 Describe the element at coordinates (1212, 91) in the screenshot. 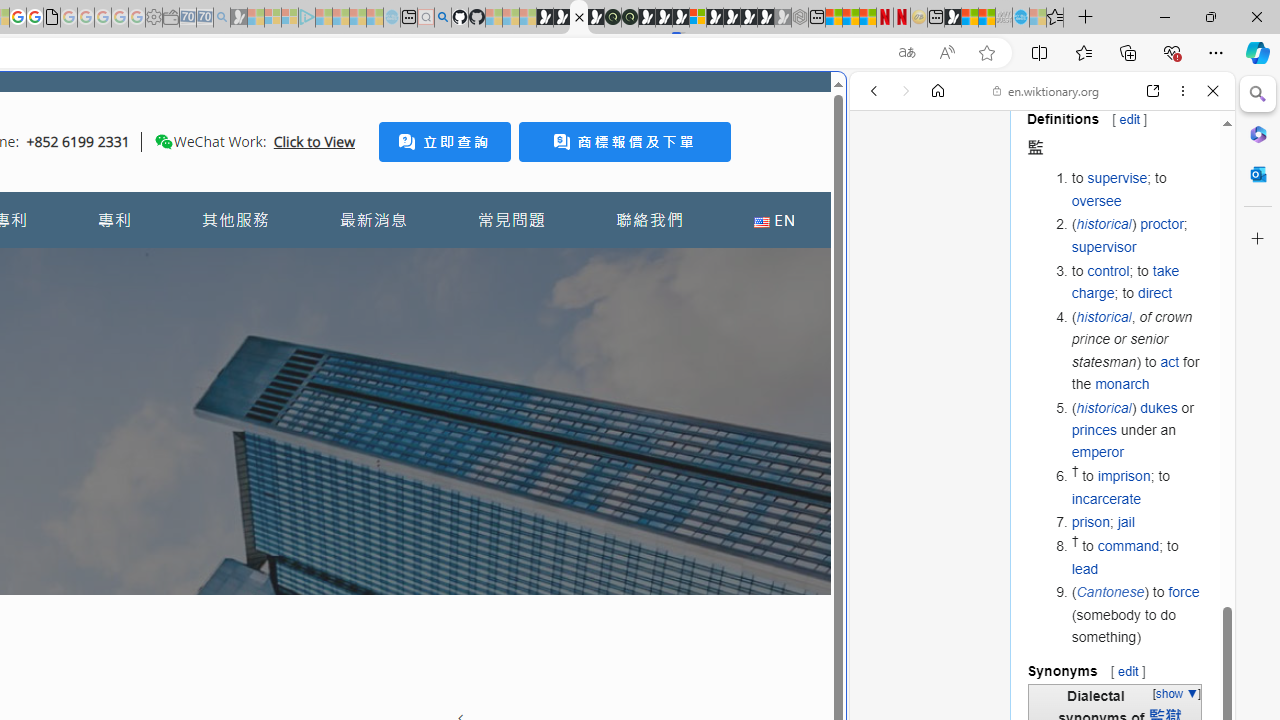

I see `'Close'` at that location.